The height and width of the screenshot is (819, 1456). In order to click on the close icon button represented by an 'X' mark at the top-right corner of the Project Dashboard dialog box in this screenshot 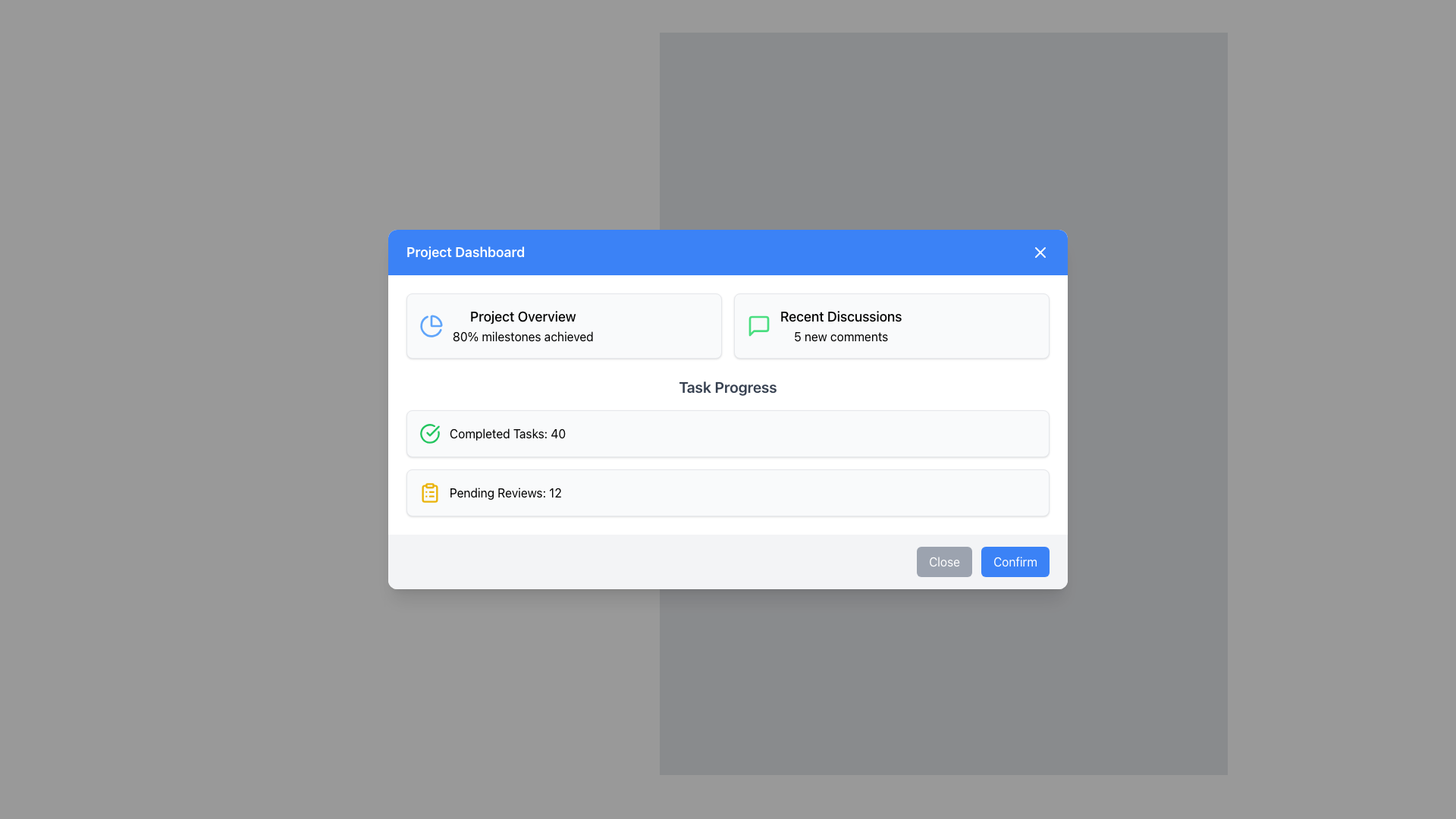, I will do `click(1040, 251)`.